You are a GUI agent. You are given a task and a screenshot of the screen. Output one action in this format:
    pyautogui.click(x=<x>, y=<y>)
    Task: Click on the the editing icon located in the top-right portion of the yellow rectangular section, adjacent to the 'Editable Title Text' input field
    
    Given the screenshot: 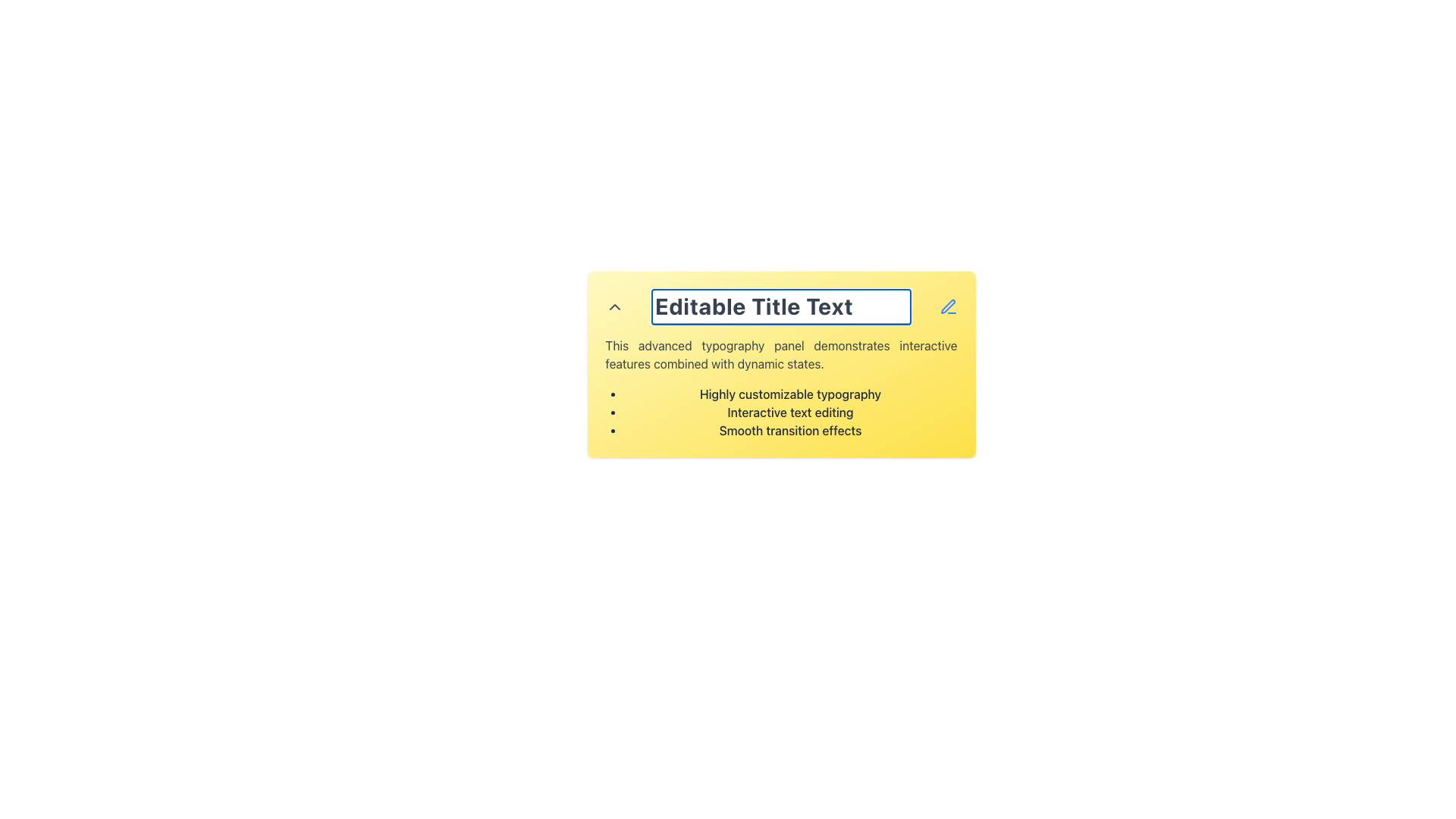 What is the action you would take?
    pyautogui.click(x=946, y=306)
    